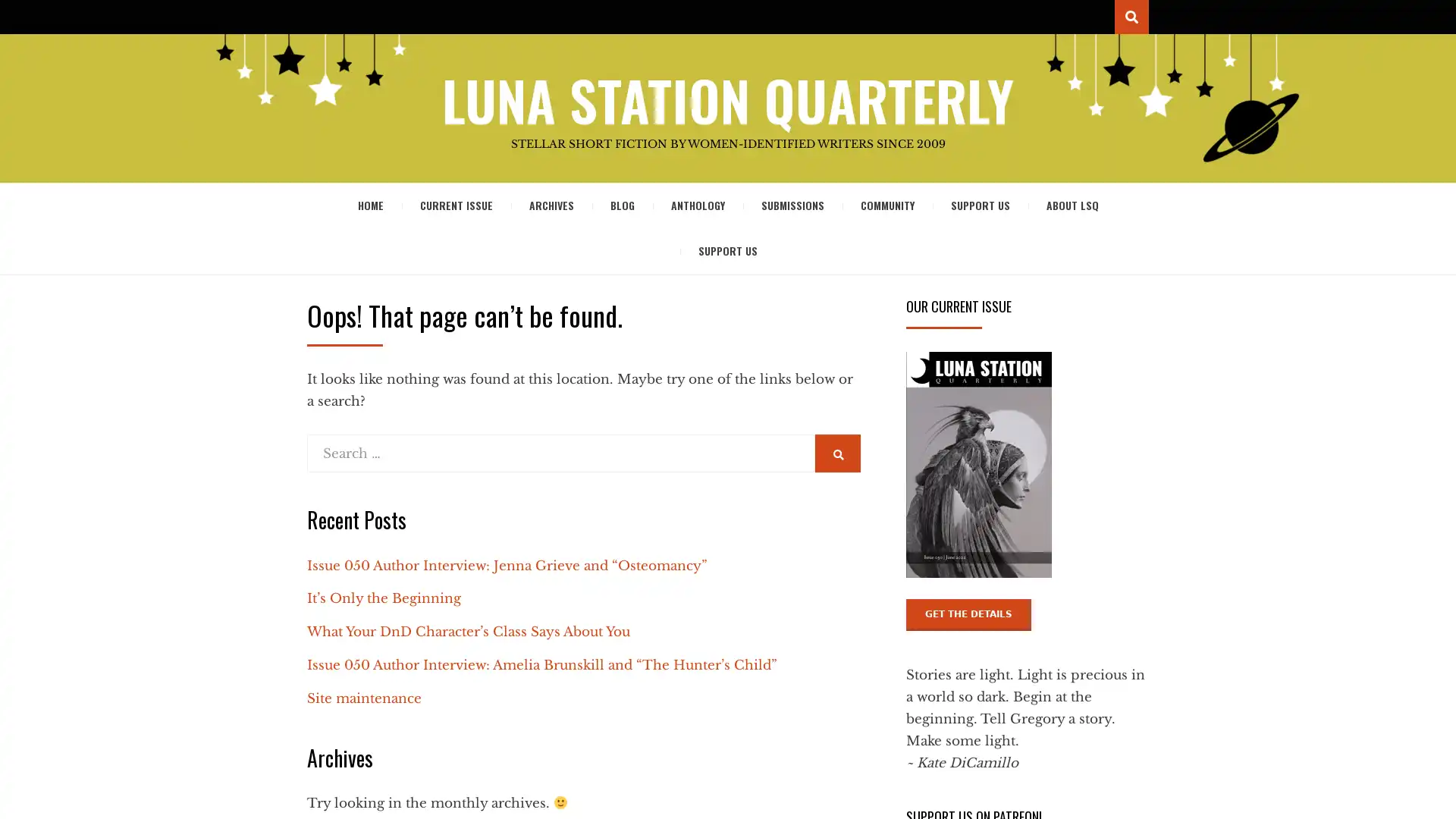 This screenshot has height=819, width=1456. I want to click on SEARCH, so click(836, 452).